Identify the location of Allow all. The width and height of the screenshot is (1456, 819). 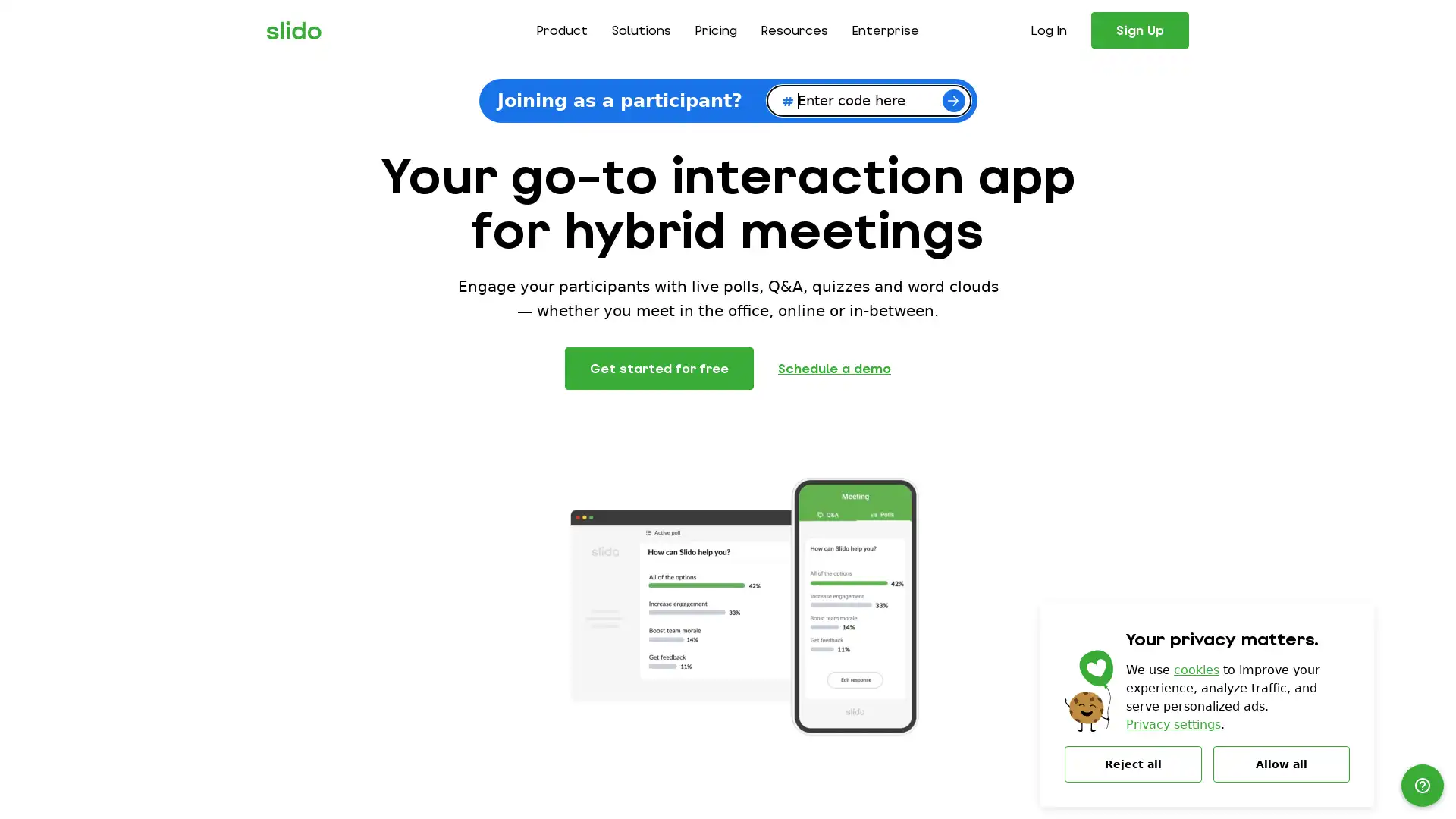
(1280, 764).